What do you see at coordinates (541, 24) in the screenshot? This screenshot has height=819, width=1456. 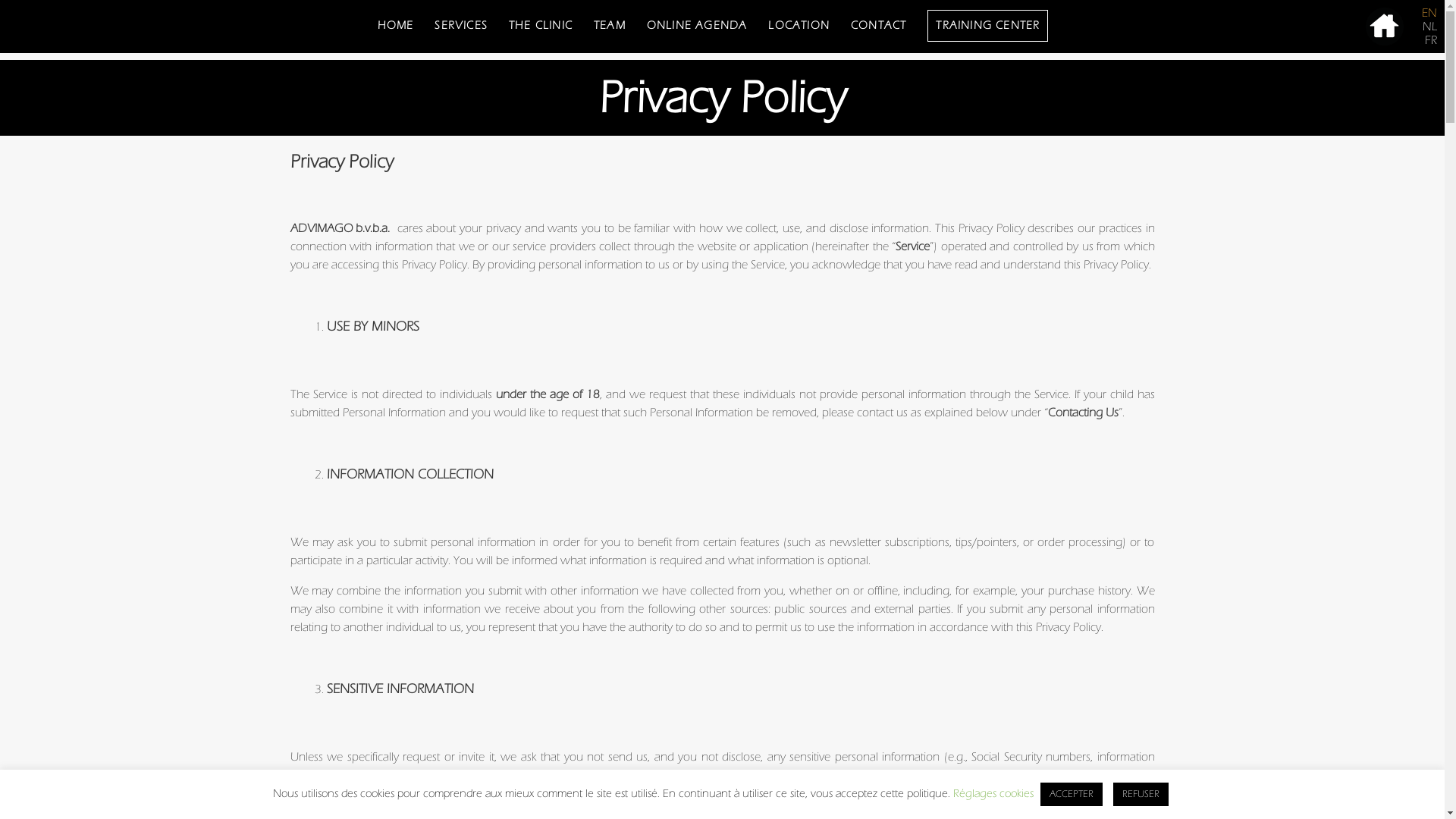 I see `'THE CLINIC'` at bounding box center [541, 24].